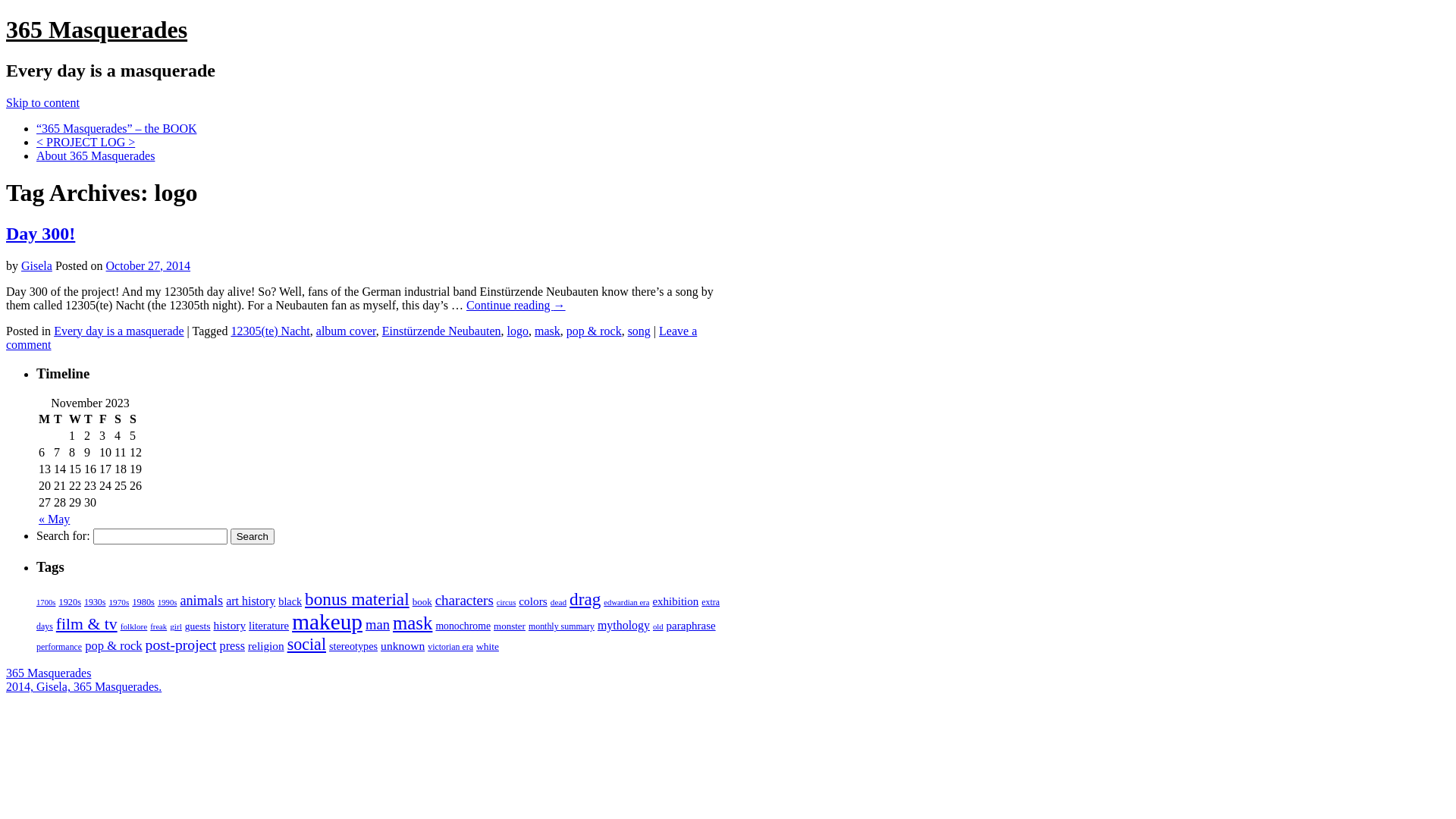  I want to click on 'monochrome', so click(435, 626).